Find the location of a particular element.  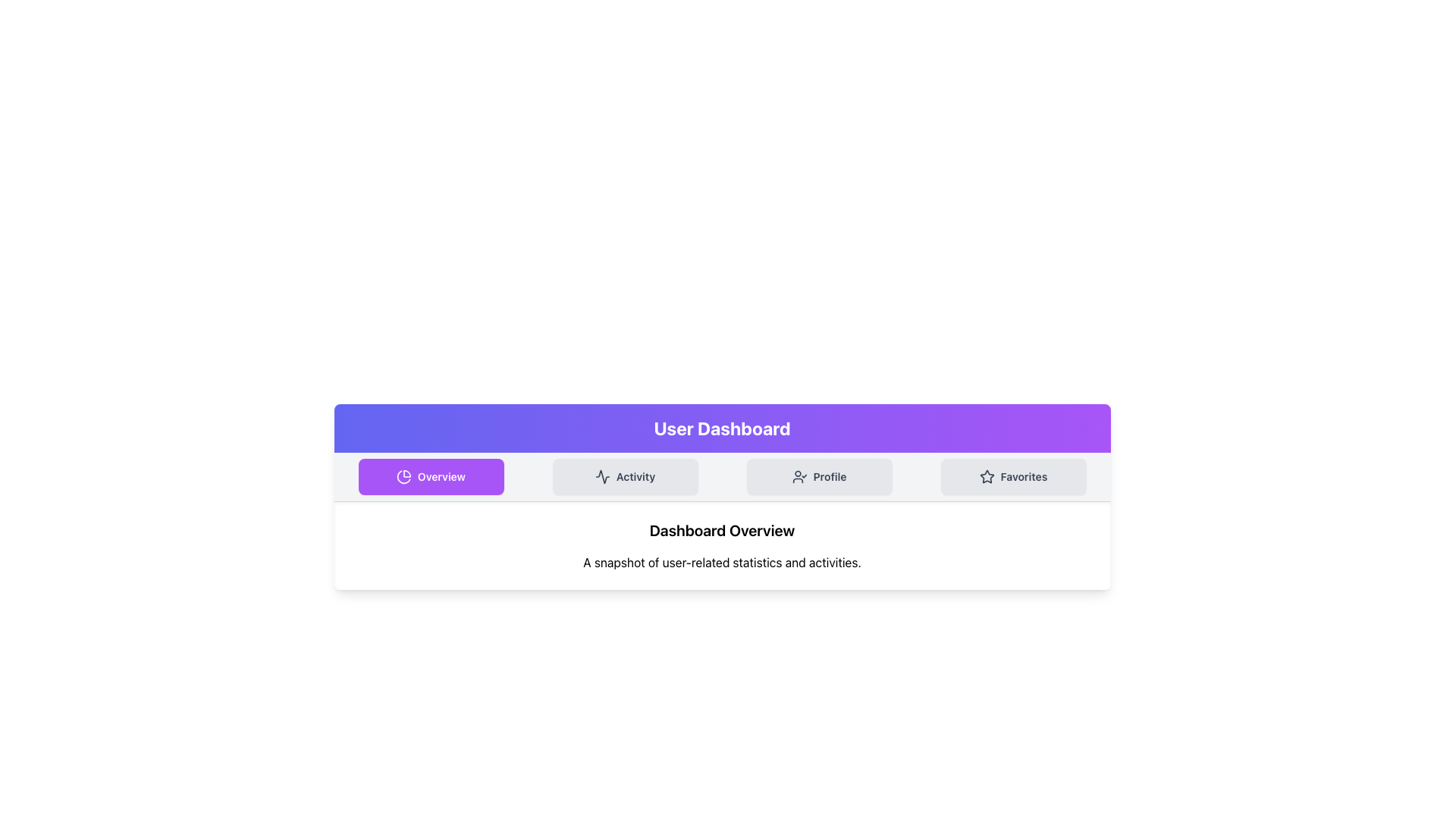

the first button in the navigation bar labeled 'Overview' is located at coordinates (430, 475).